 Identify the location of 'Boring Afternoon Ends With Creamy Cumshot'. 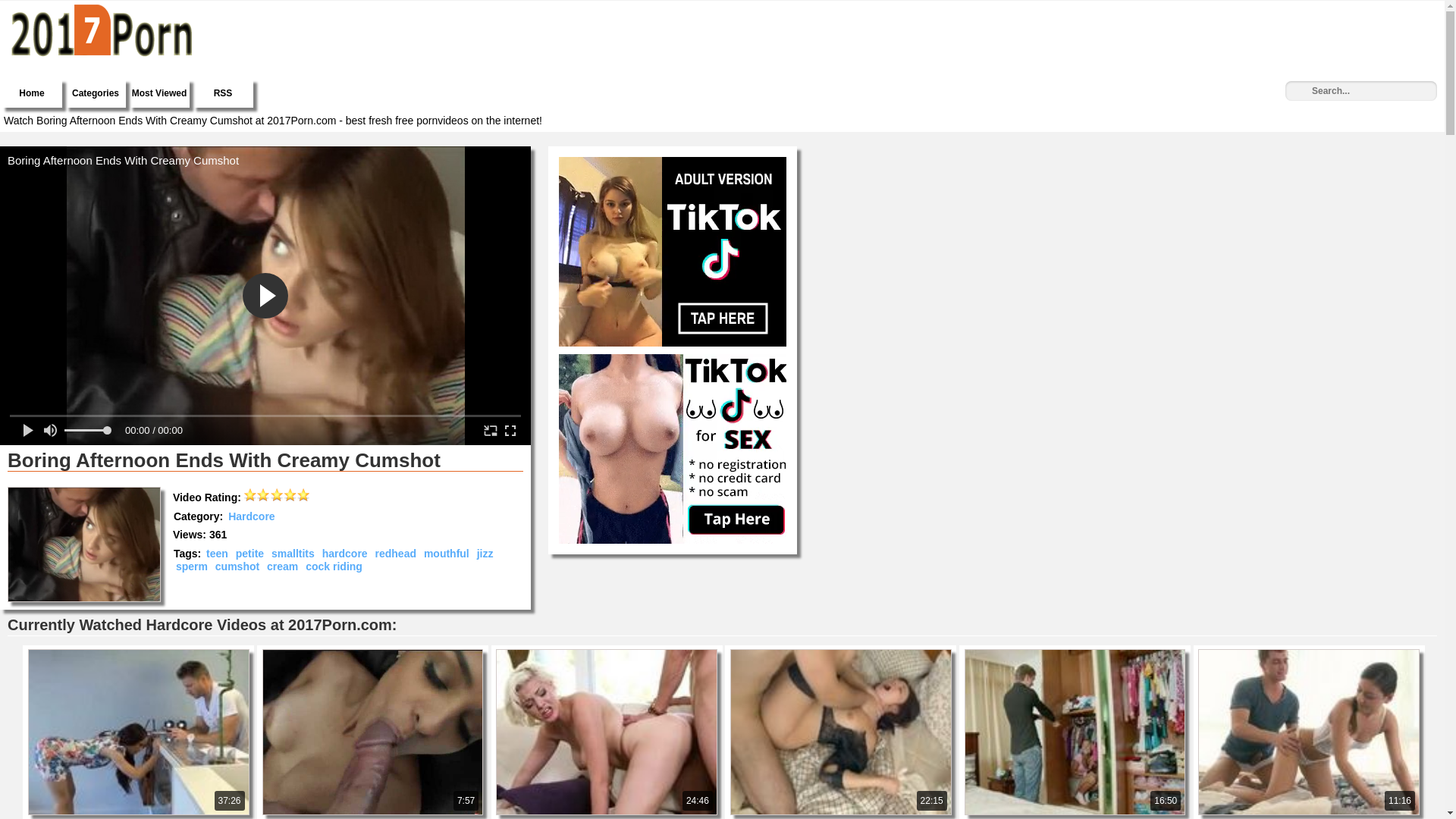
(8, 543).